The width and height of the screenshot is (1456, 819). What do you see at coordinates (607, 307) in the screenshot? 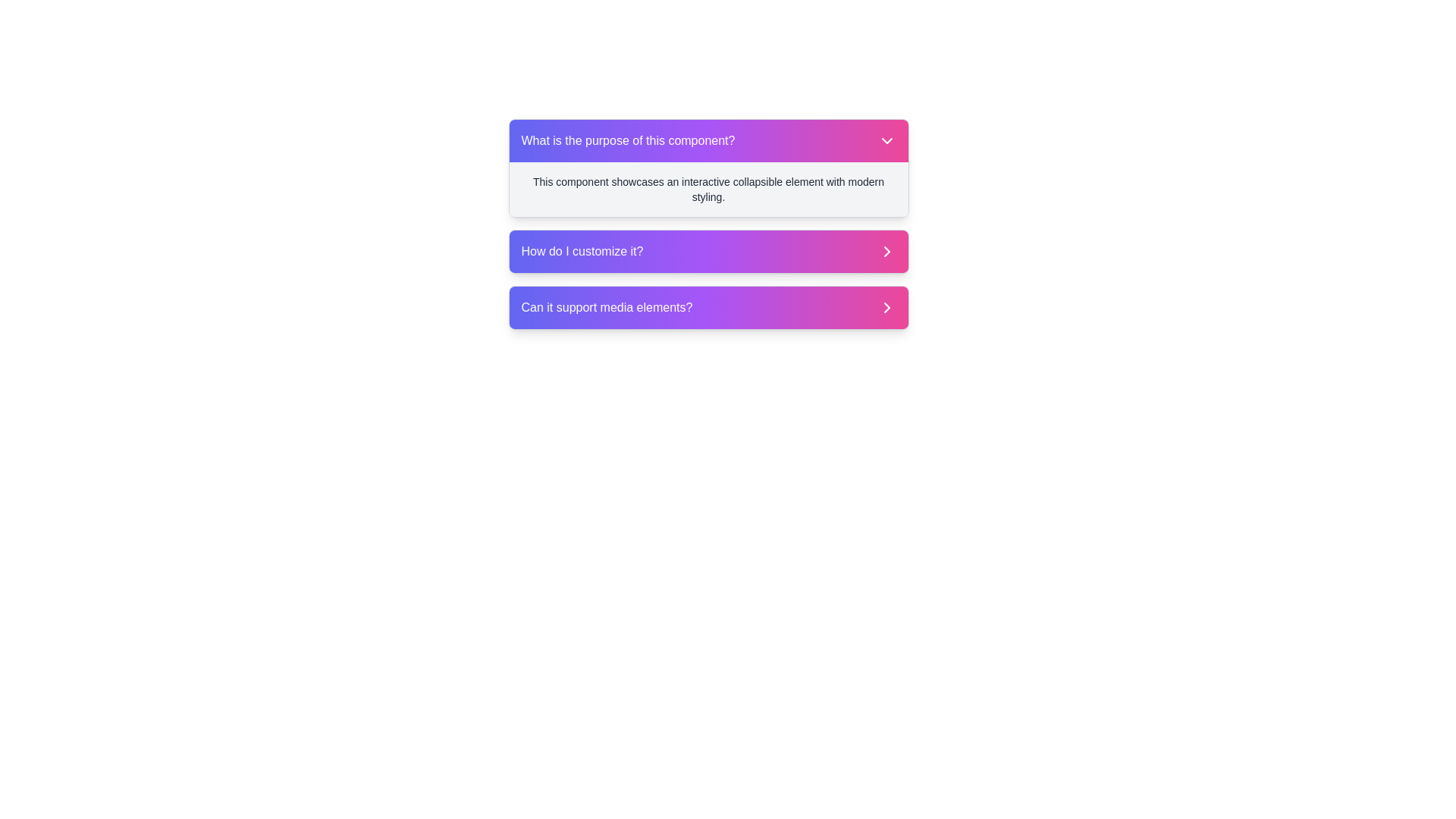
I see `the text element displaying the phrase 'Can it support media elements?' which is styled with white text on a gradient background, located in the bottom interactive segment below 'How do I customize it?'` at bounding box center [607, 307].